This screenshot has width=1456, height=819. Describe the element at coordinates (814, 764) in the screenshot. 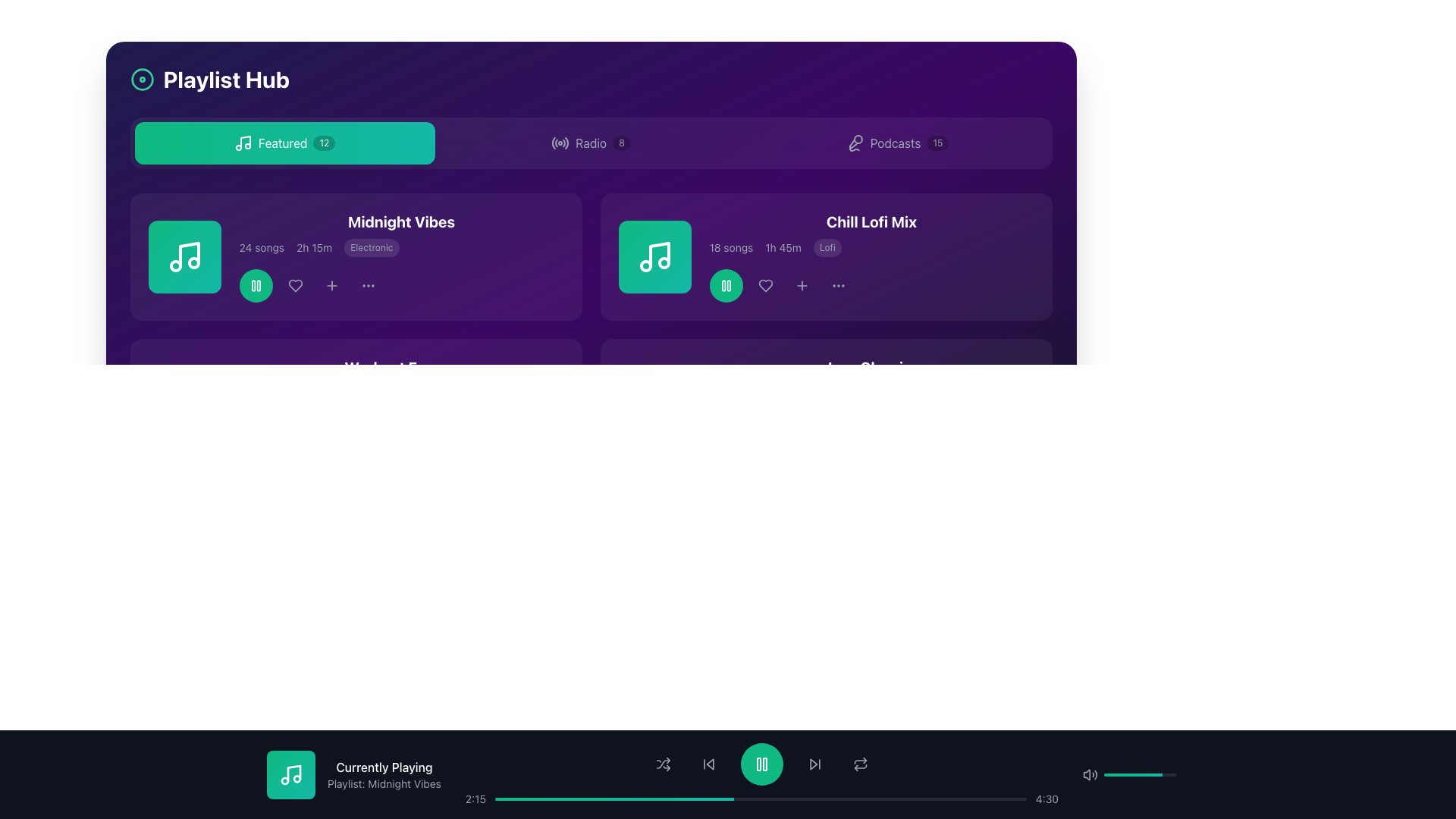

I see `the 'Skip Forward' button located in the bottom control bar, to the right of the central play button, to advance to the next item in the playlist` at that location.